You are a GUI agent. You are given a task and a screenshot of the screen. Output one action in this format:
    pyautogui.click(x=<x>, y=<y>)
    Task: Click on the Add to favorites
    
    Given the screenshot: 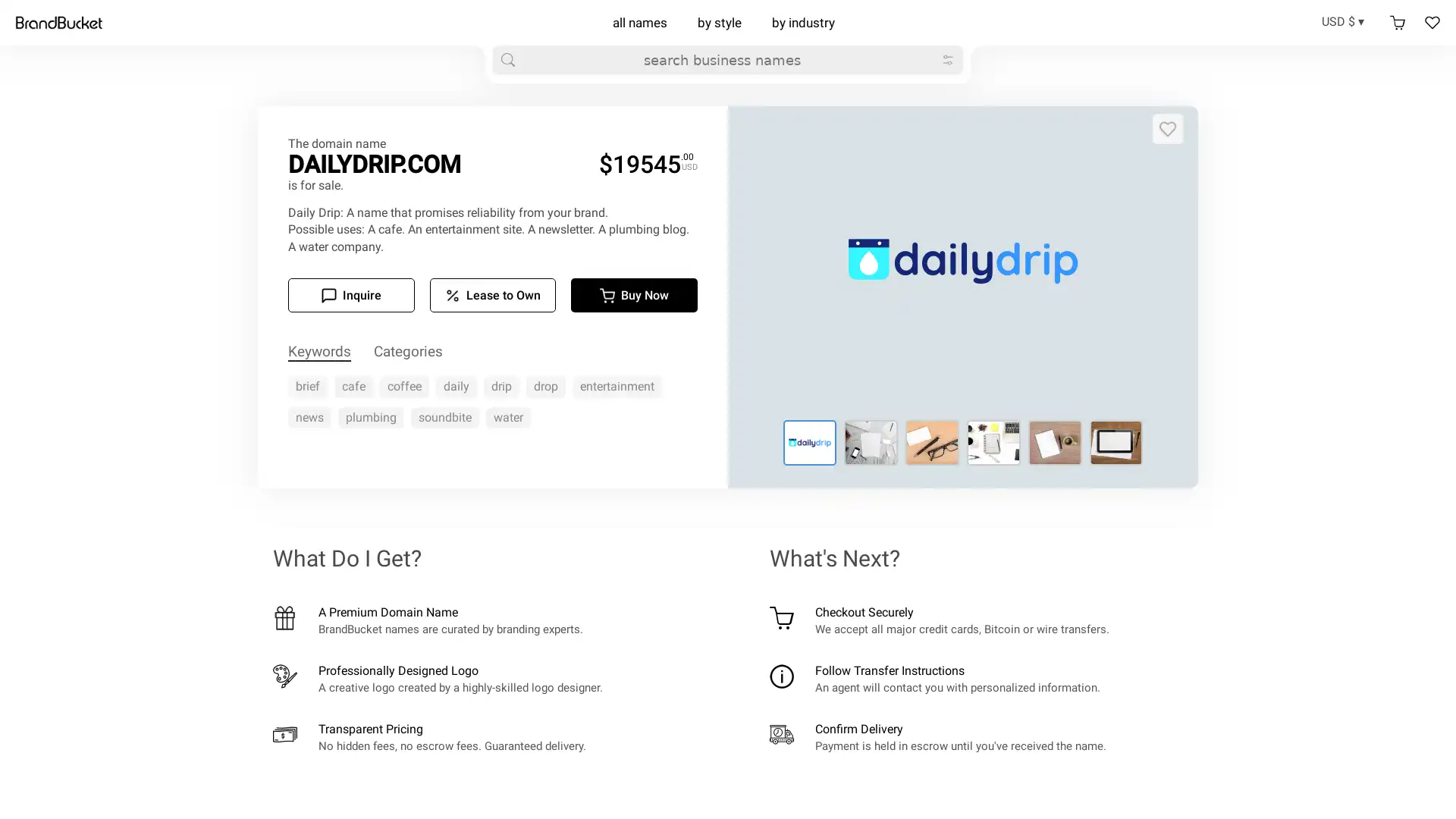 What is the action you would take?
    pyautogui.click(x=1167, y=127)
    